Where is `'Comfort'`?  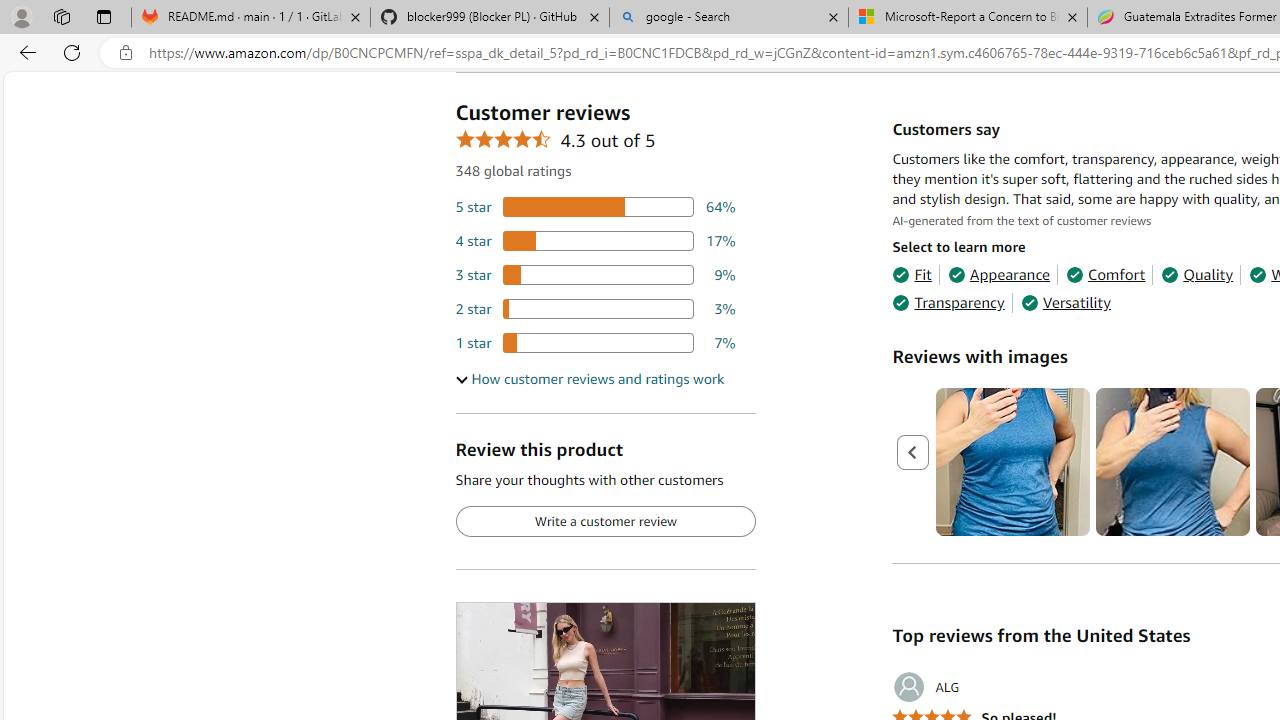 'Comfort' is located at coordinates (1104, 275).